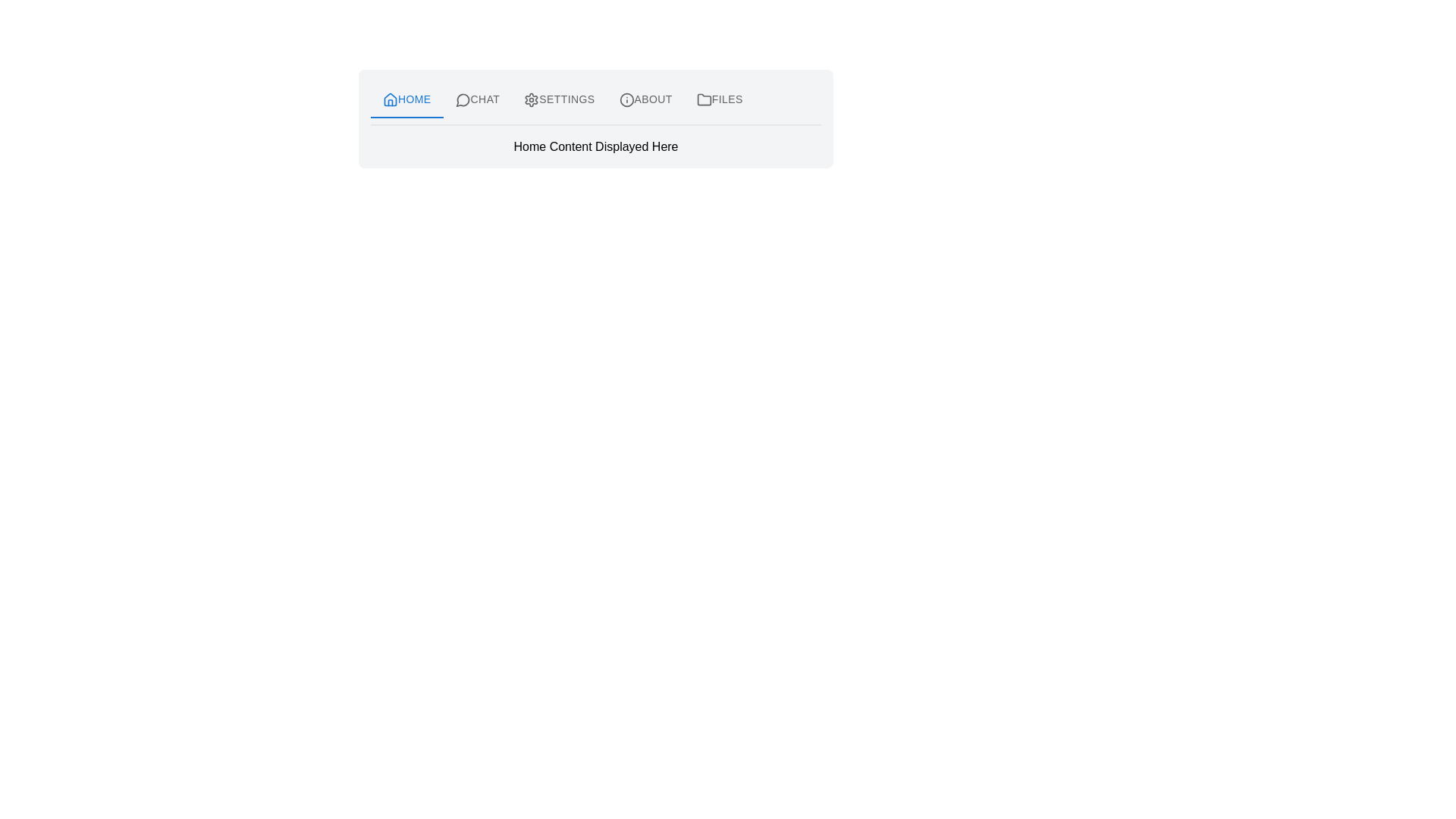 This screenshot has height=819, width=1456. Describe the element at coordinates (558, 99) in the screenshot. I see `the 'Settings' tab` at that location.